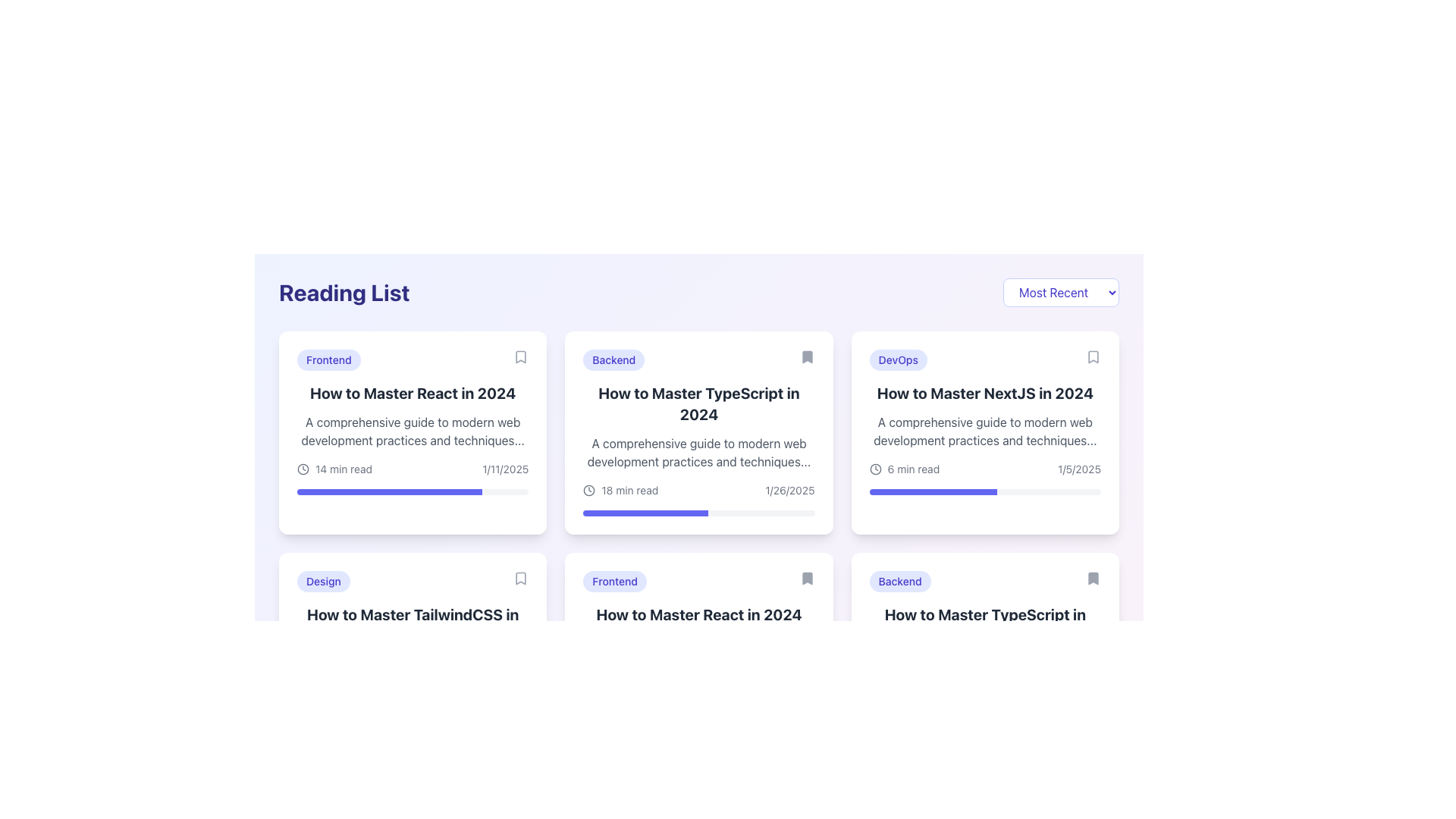  What do you see at coordinates (698, 614) in the screenshot?
I see `the title text of the second card in the second row, which provides a summary for the associated card and is centrally located below a 'Frontend' tag` at bounding box center [698, 614].